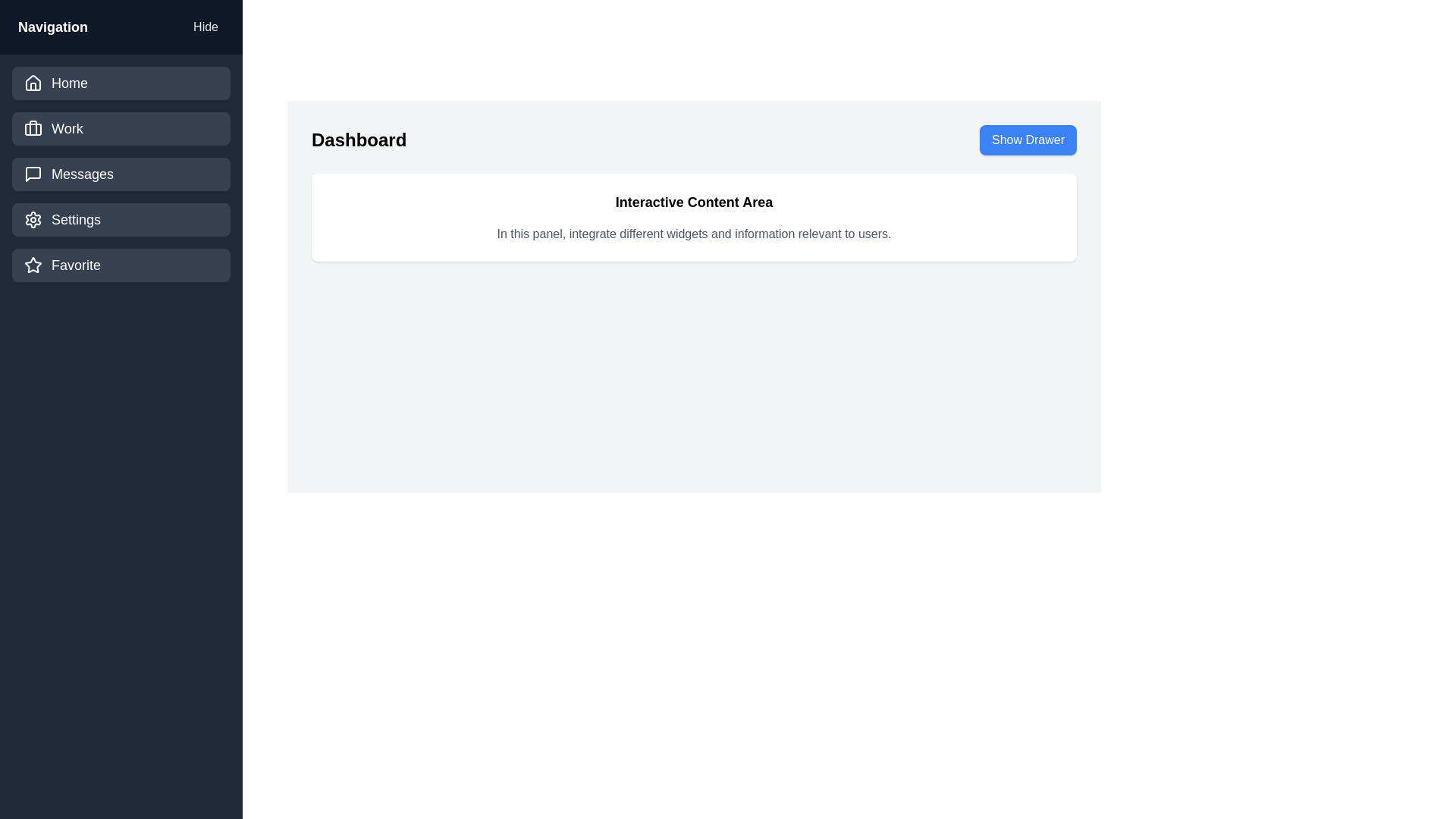 This screenshot has height=819, width=1456. Describe the element at coordinates (120, 127) in the screenshot. I see `the navigation item labeled Work` at that location.